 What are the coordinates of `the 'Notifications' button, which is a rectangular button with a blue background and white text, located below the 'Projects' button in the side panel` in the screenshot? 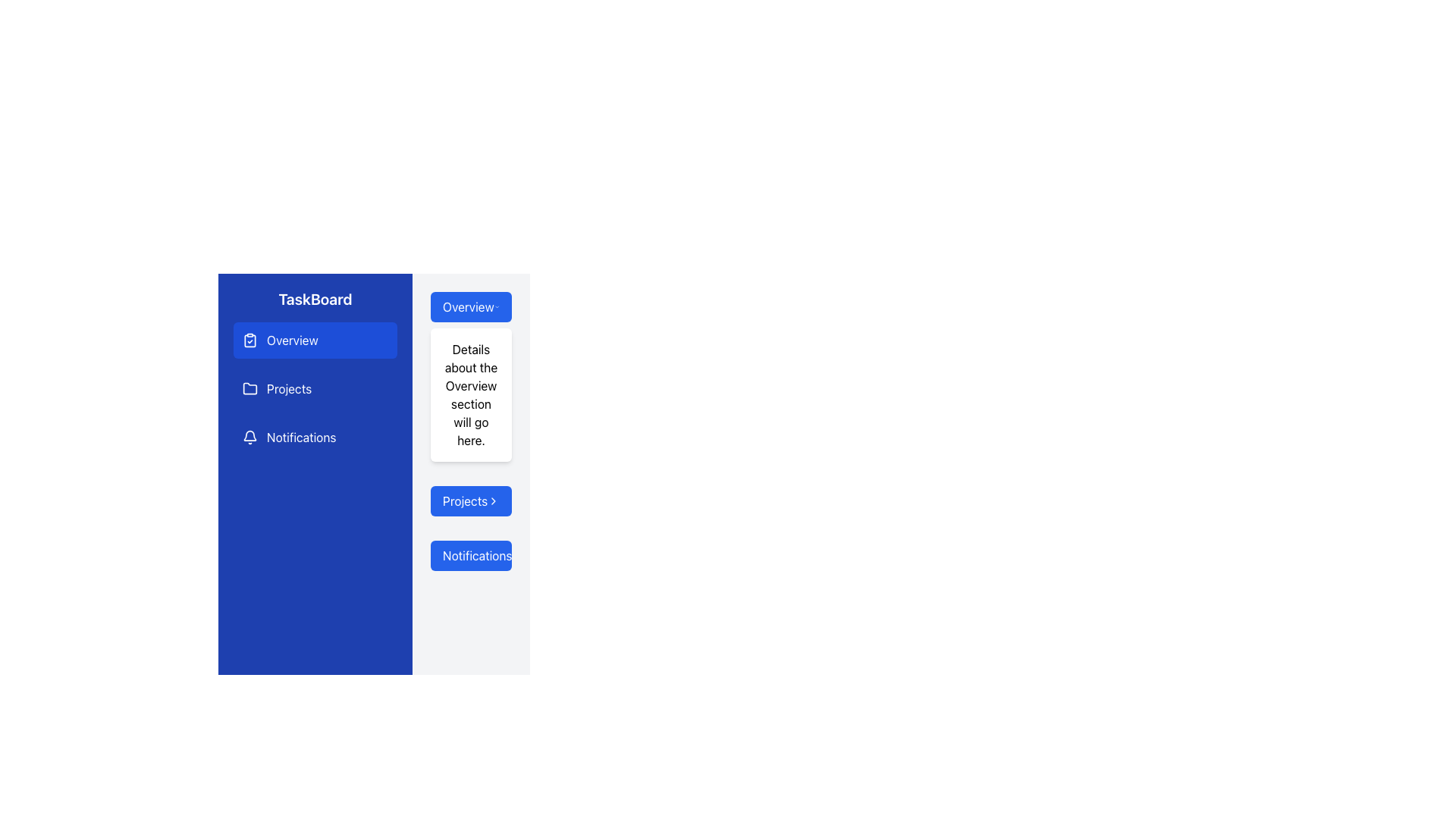 It's located at (470, 555).